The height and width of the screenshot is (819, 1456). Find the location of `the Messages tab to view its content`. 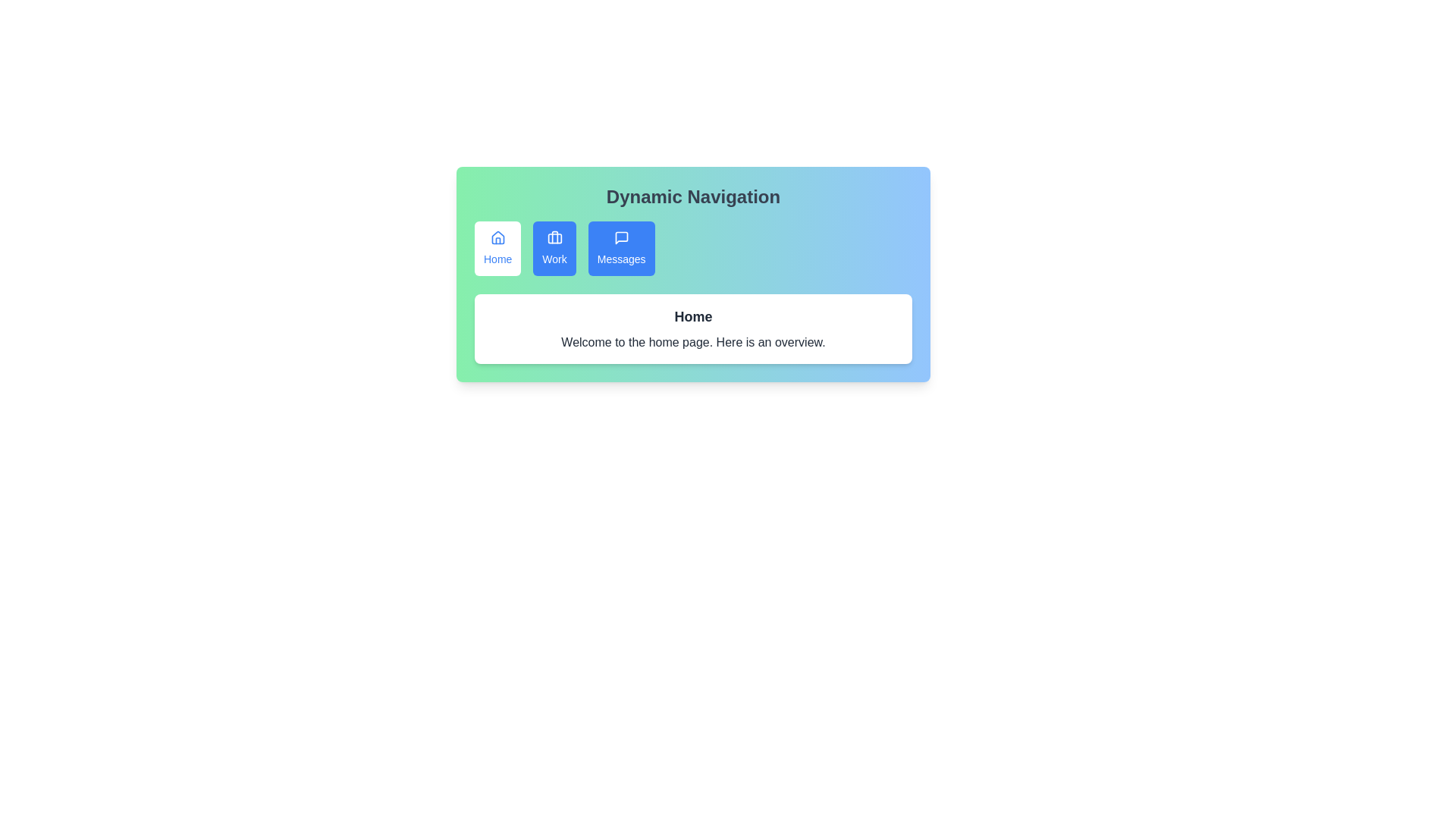

the Messages tab to view its content is located at coordinates (621, 247).